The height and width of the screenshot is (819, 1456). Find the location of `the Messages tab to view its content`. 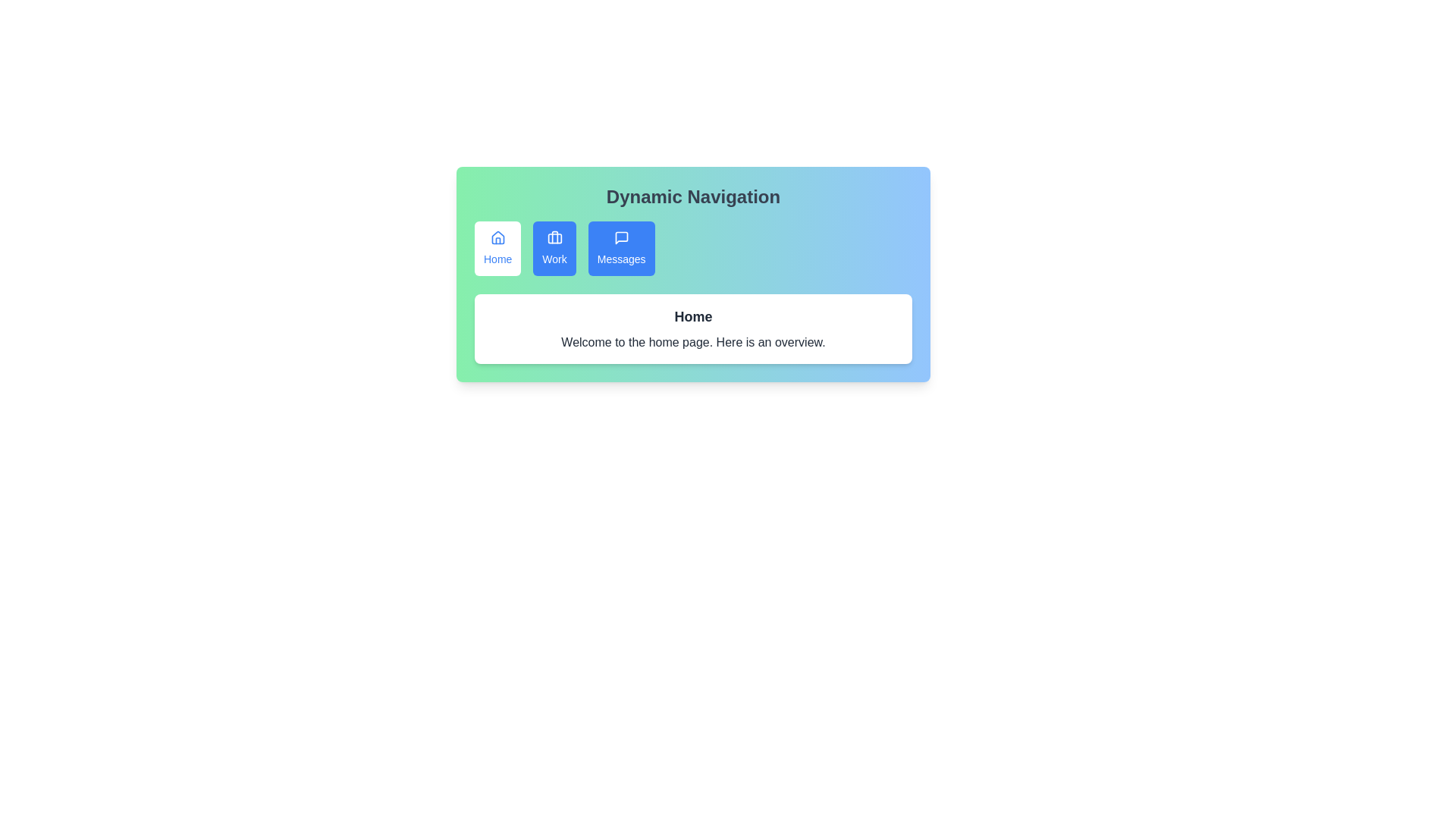

the Messages tab to view its content is located at coordinates (621, 247).